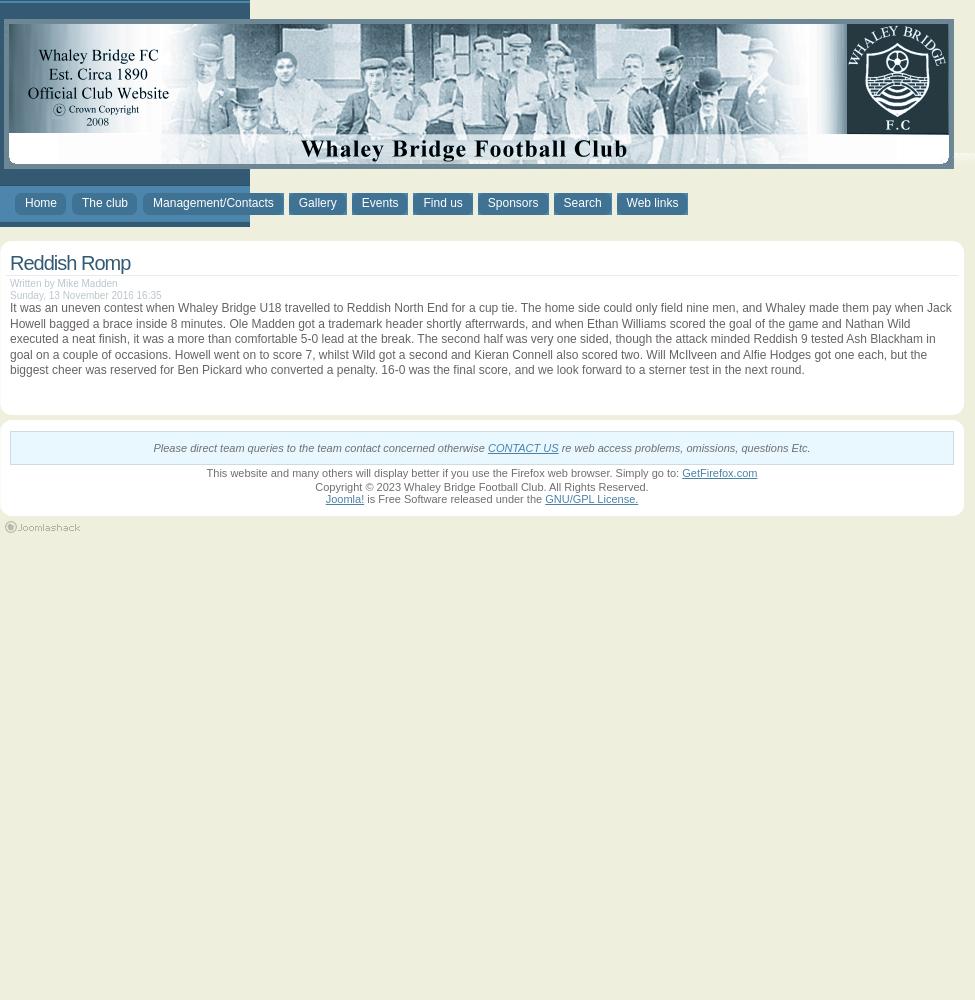 This screenshot has height=1000, width=975. Describe the element at coordinates (318, 447) in the screenshot. I see `'Please direct team queries to the team contact concerned otherwise'` at that location.